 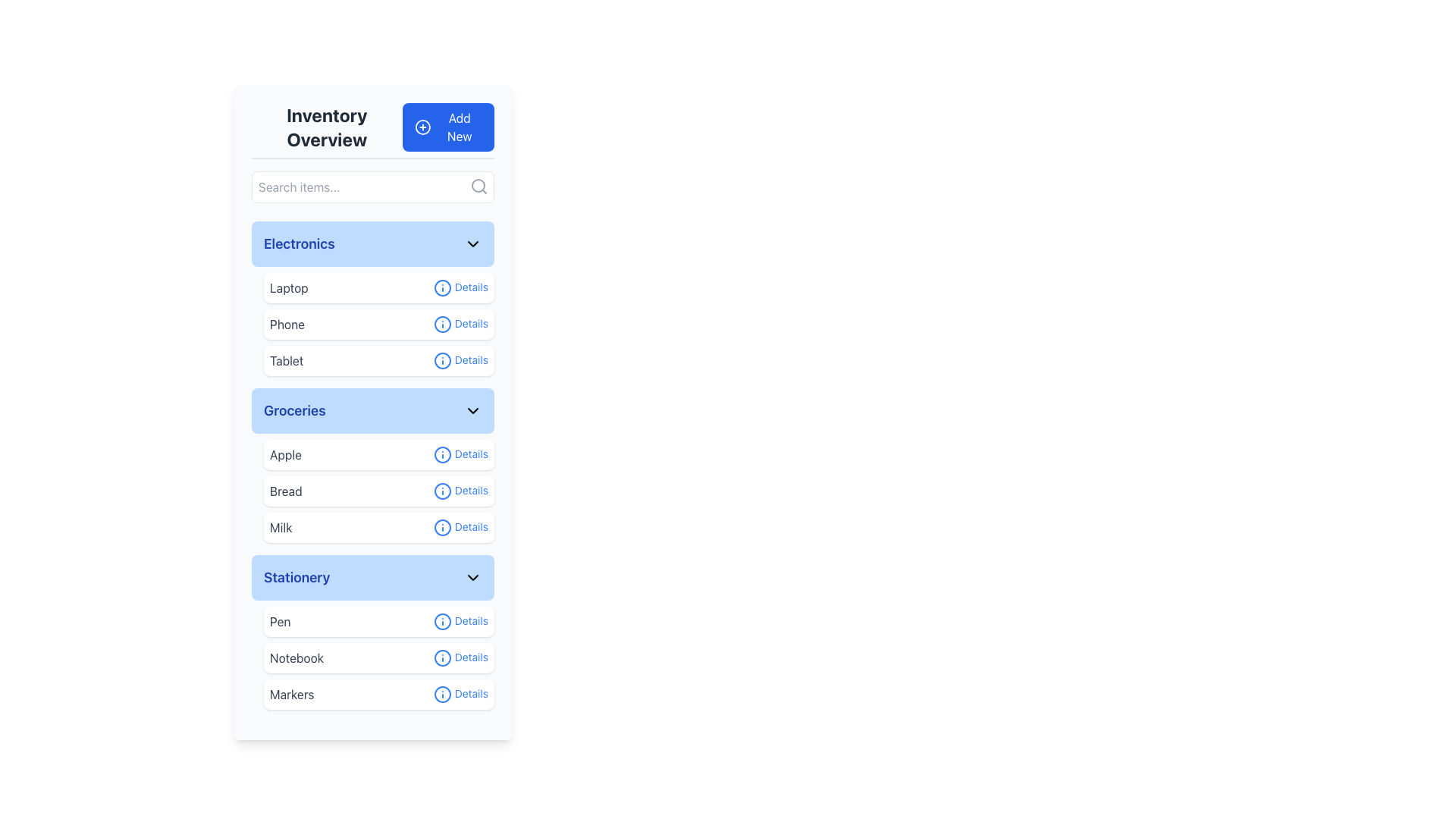 What do you see at coordinates (460, 324) in the screenshot?
I see `the blue 'Details' hyperlink located in the right section of the 'Phone' entry in the 'Electronics' category` at bounding box center [460, 324].